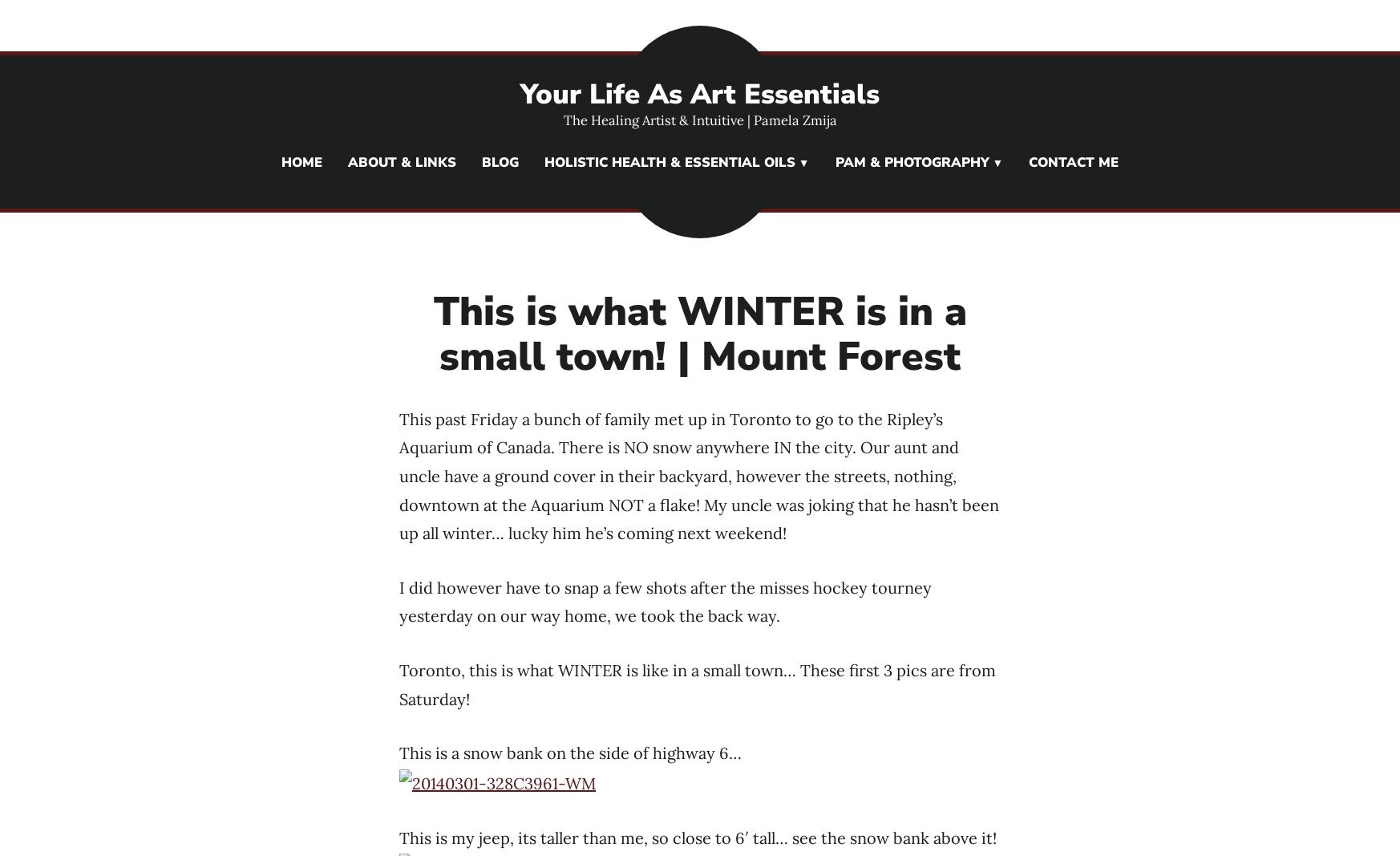  I want to click on 'Home', so click(300, 162).